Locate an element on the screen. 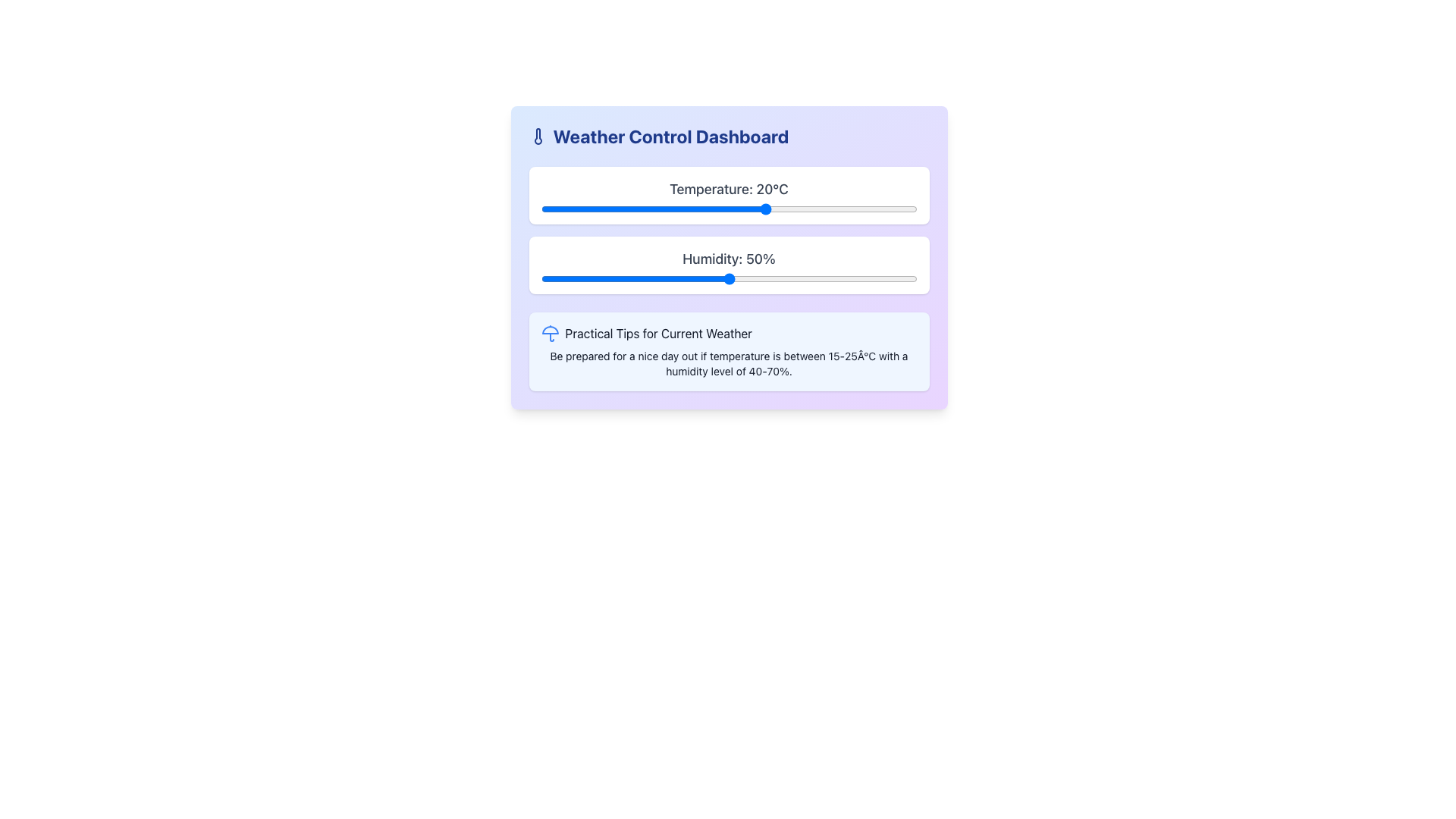 The image size is (1456, 819). the text label displaying 'Practical Tips for Current Weather' which includes a blue umbrella icon, located in the second section of the main card on the dashboard is located at coordinates (729, 332).